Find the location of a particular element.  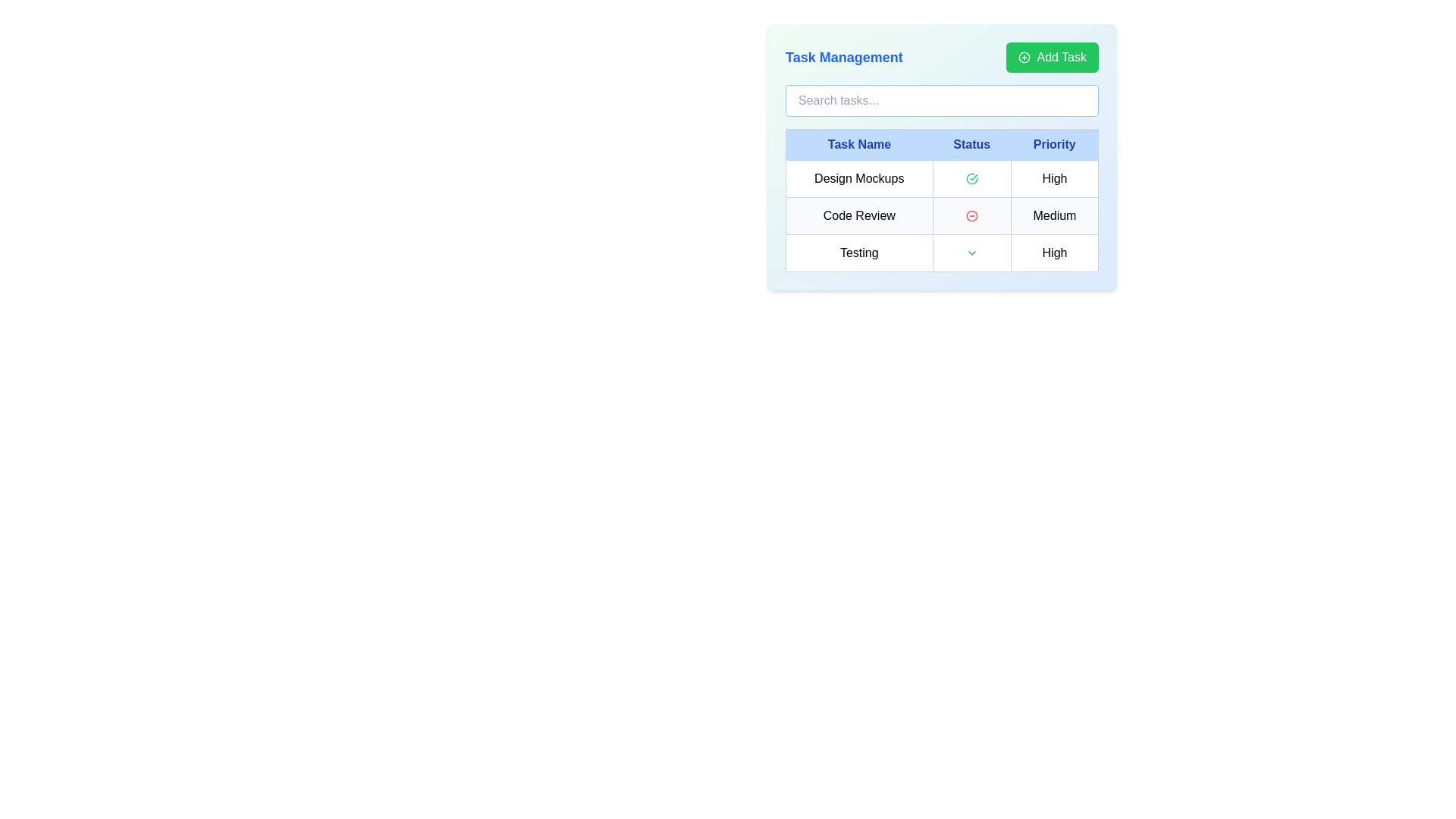

the downward-facing chevron icon is located at coordinates (971, 253).